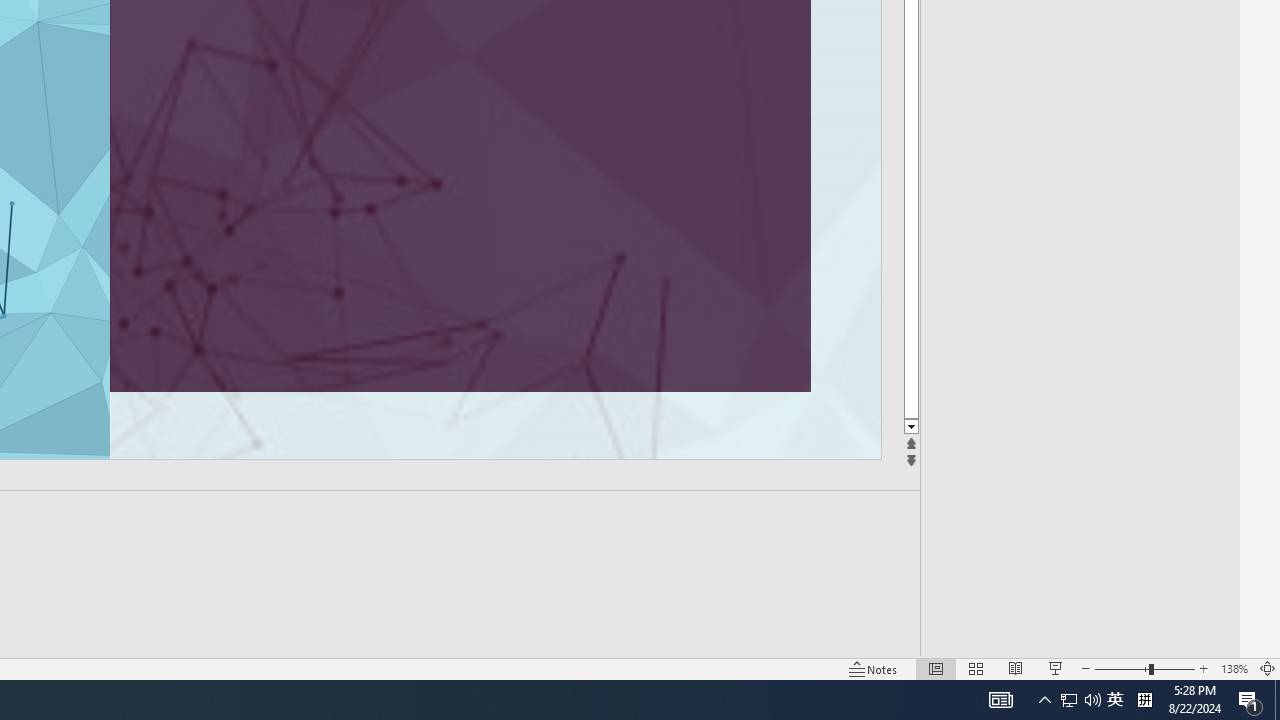 The image size is (1280, 720). I want to click on 'Line down', so click(910, 426).